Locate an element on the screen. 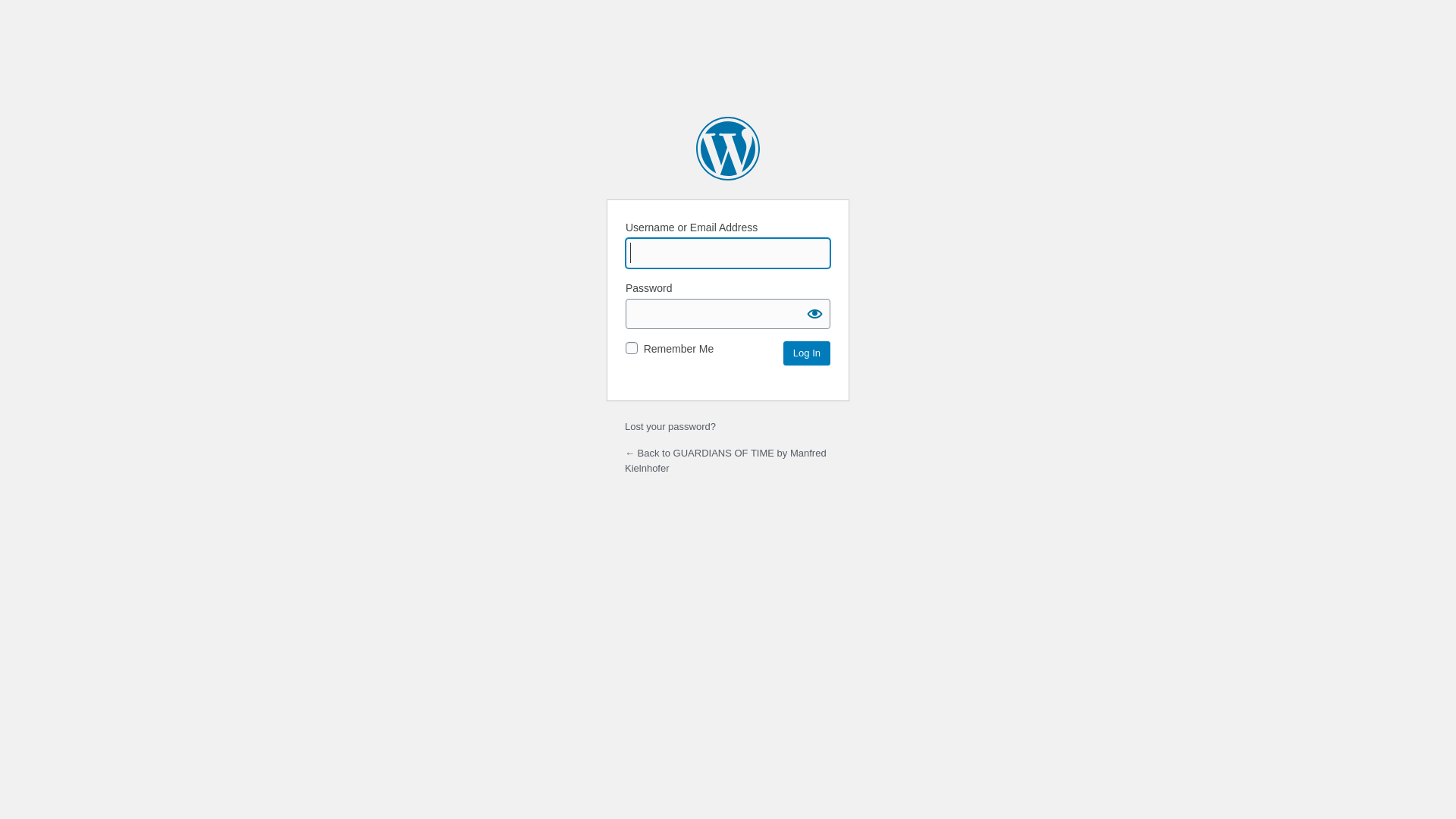 The height and width of the screenshot is (819, 1456). 'Log In' is located at coordinates (806, 353).